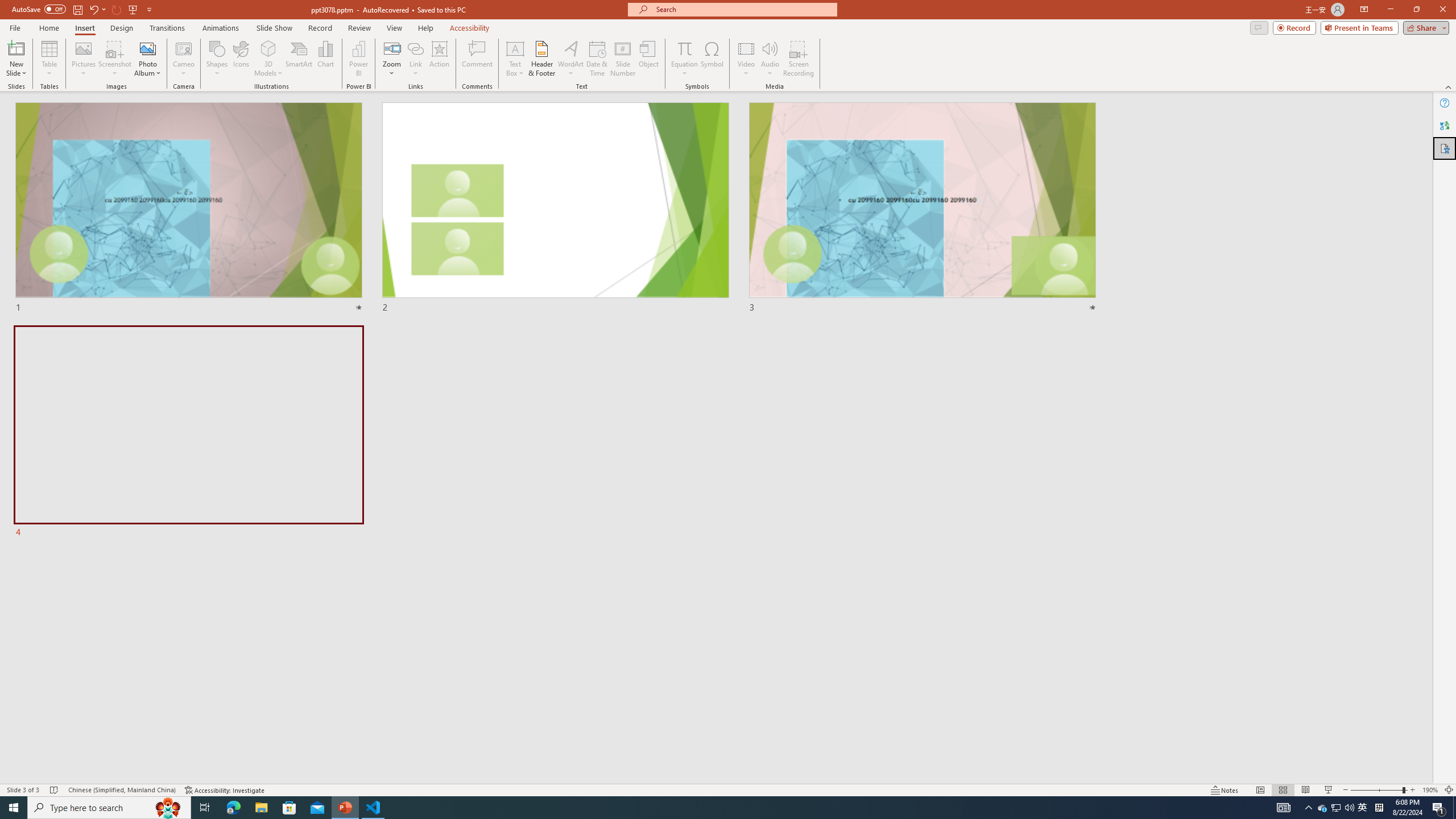 The image size is (1456, 819). What do you see at coordinates (114, 59) in the screenshot?
I see `'Screenshot'` at bounding box center [114, 59].